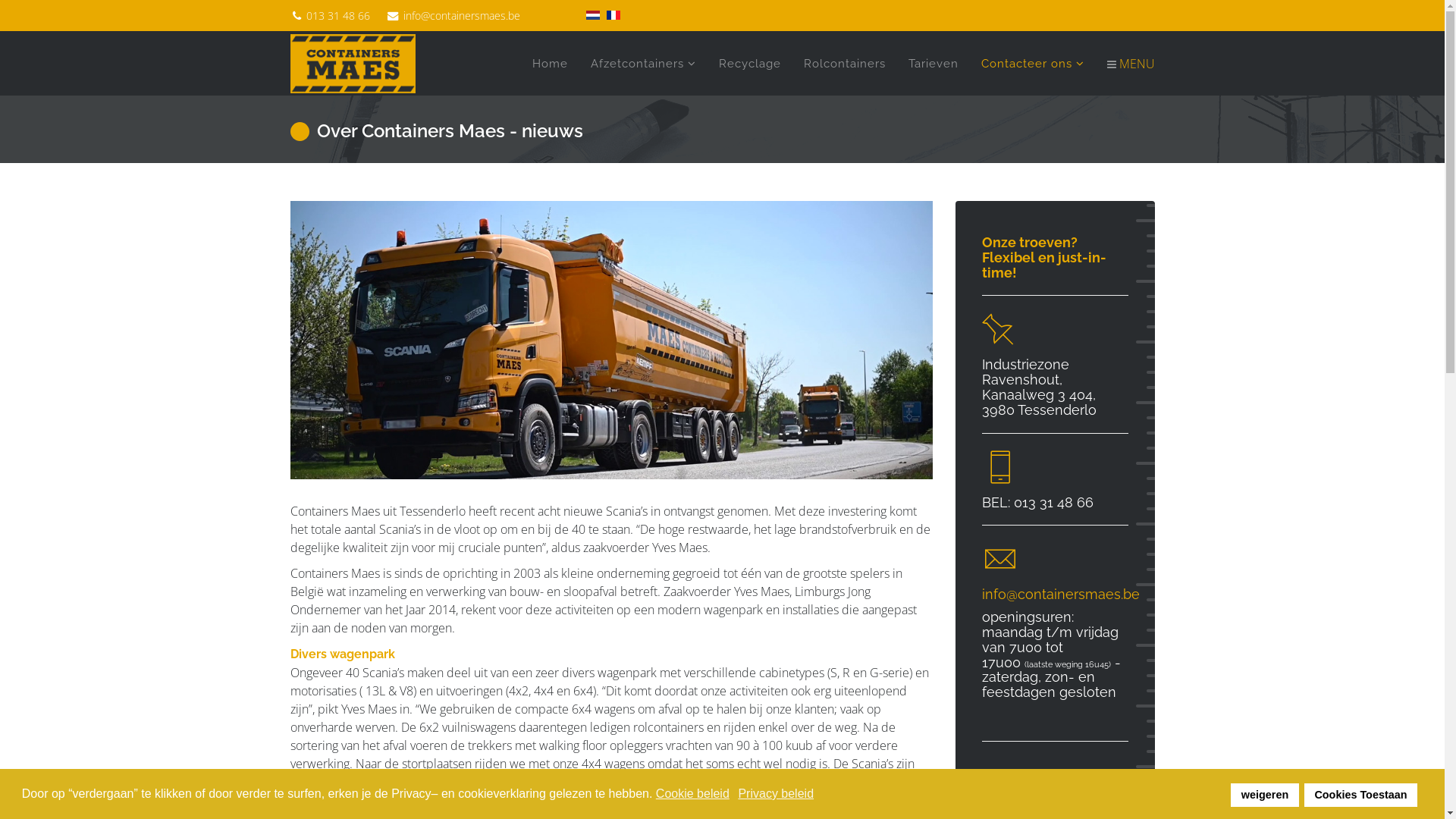  Describe the element at coordinates (461, 15) in the screenshot. I see `'info@containersmaes.be'` at that location.